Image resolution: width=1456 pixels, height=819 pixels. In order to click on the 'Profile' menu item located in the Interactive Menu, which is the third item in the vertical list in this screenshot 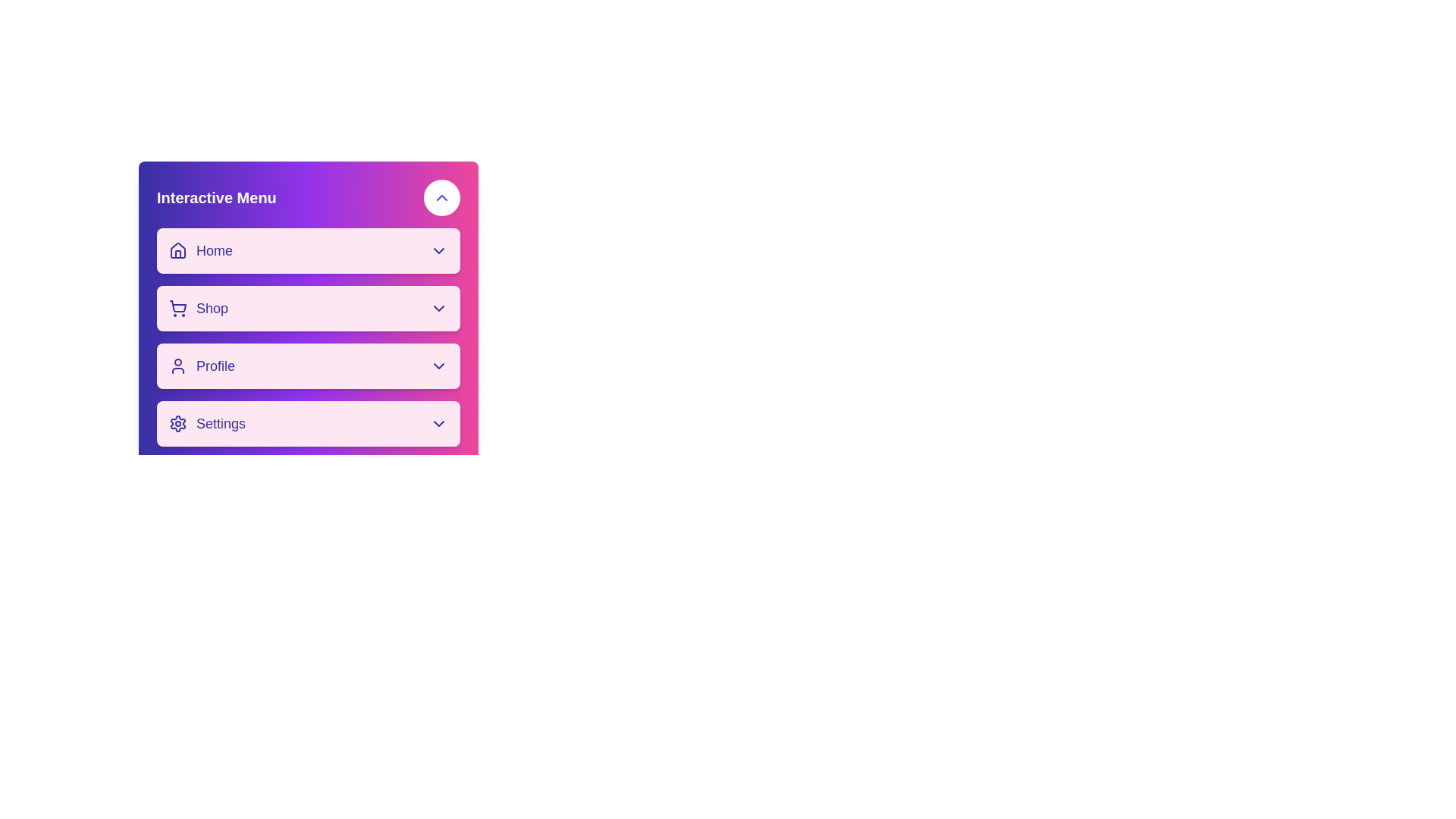, I will do `click(308, 342)`.